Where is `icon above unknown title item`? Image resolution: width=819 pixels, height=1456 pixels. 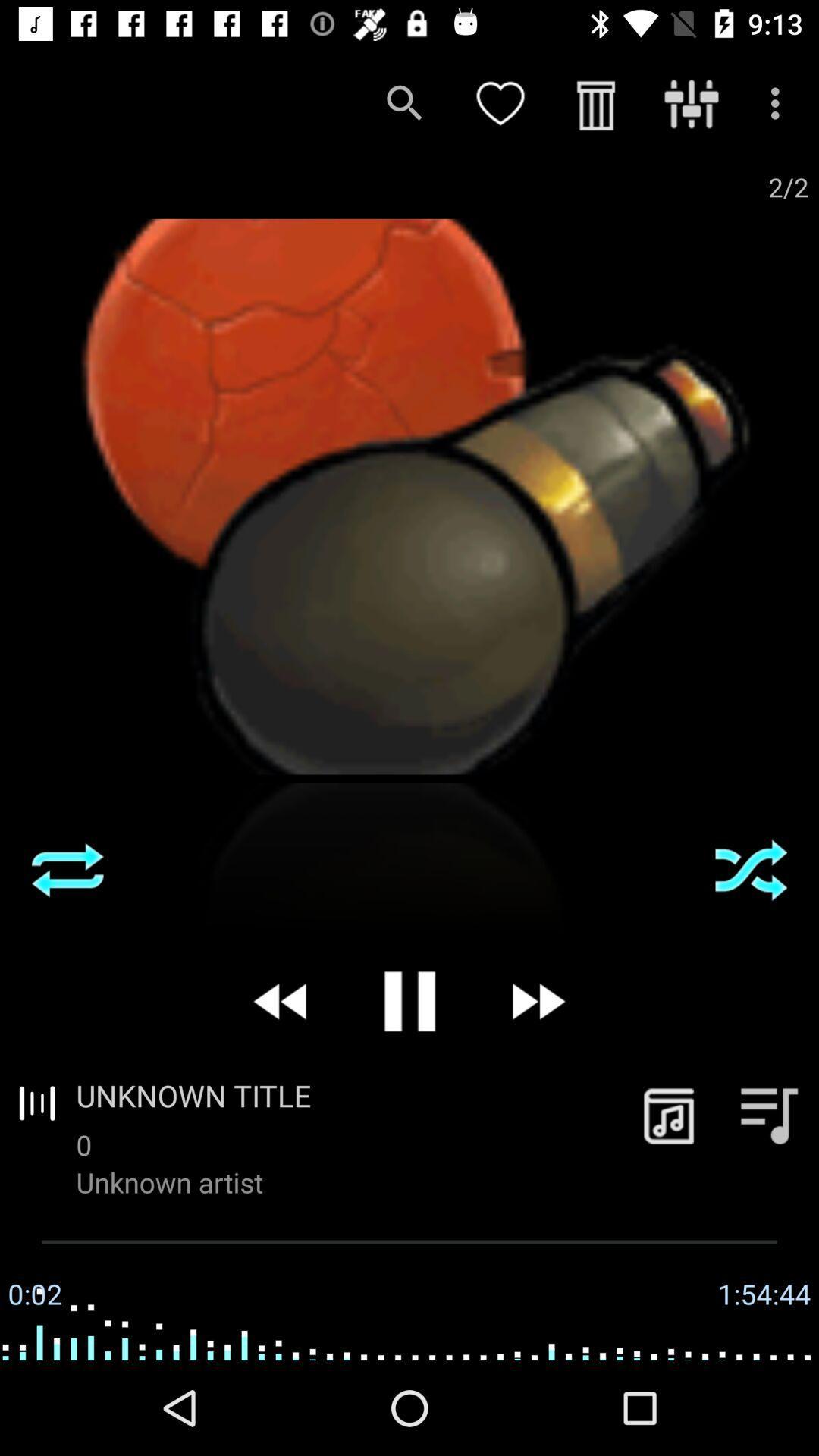 icon above unknown title item is located at coordinates (536, 1001).